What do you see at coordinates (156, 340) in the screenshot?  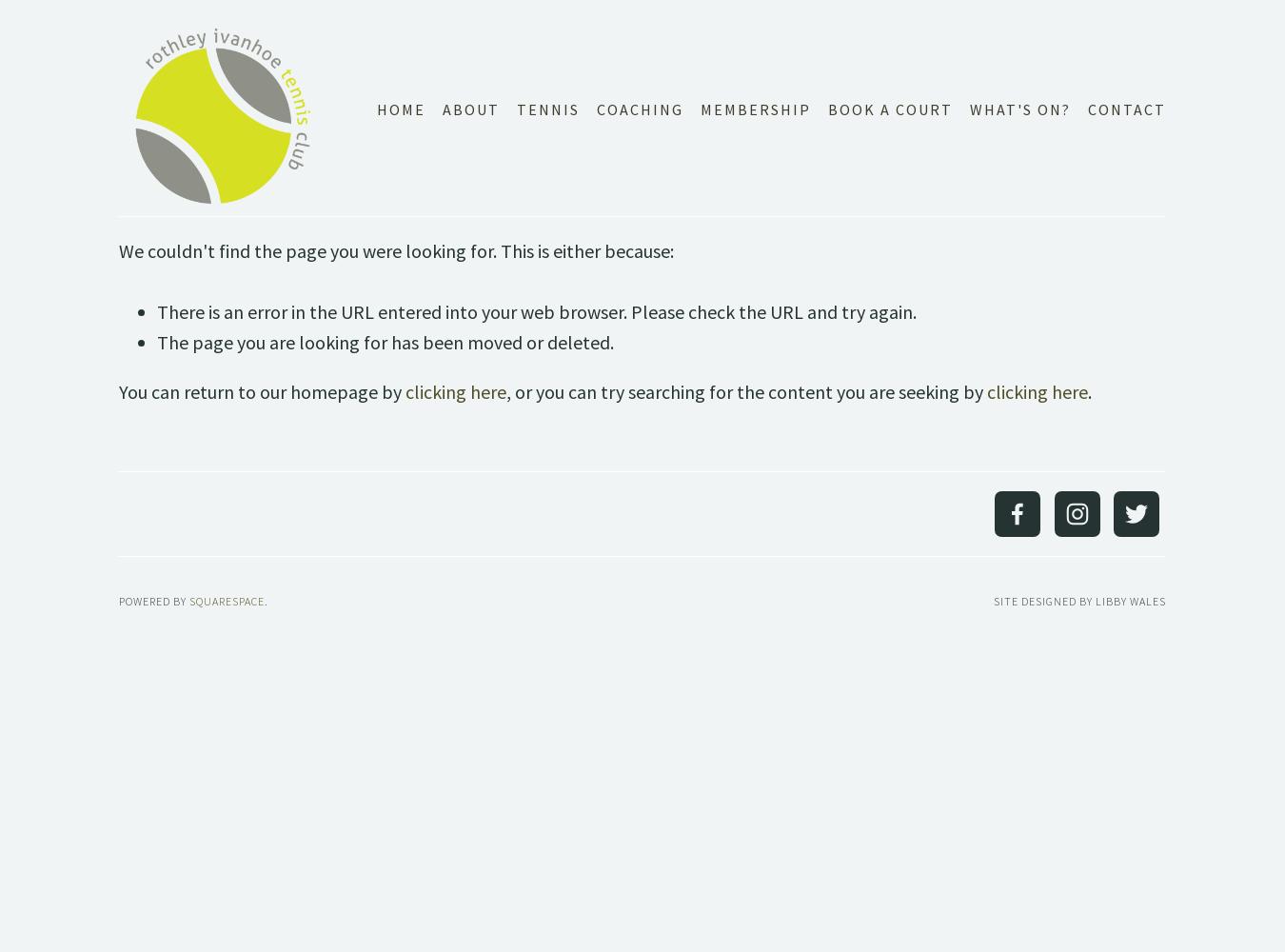 I see `'The page you are looking for has been moved or deleted.'` at bounding box center [156, 340].